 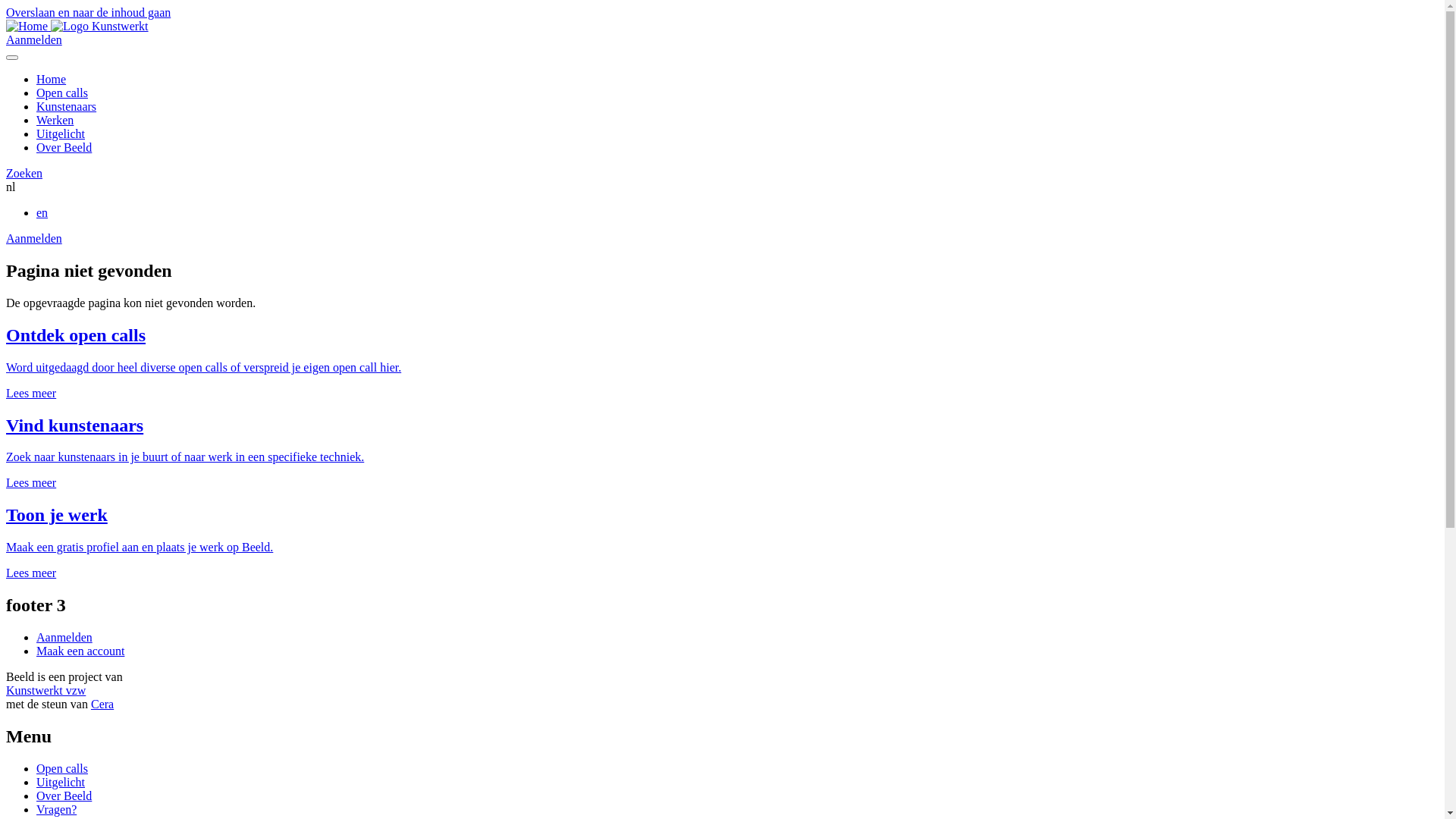 What do you see at coordinates (57, 513) in the screenshot?
I see `'Toon je werk'` at bounding box center [57, 513].